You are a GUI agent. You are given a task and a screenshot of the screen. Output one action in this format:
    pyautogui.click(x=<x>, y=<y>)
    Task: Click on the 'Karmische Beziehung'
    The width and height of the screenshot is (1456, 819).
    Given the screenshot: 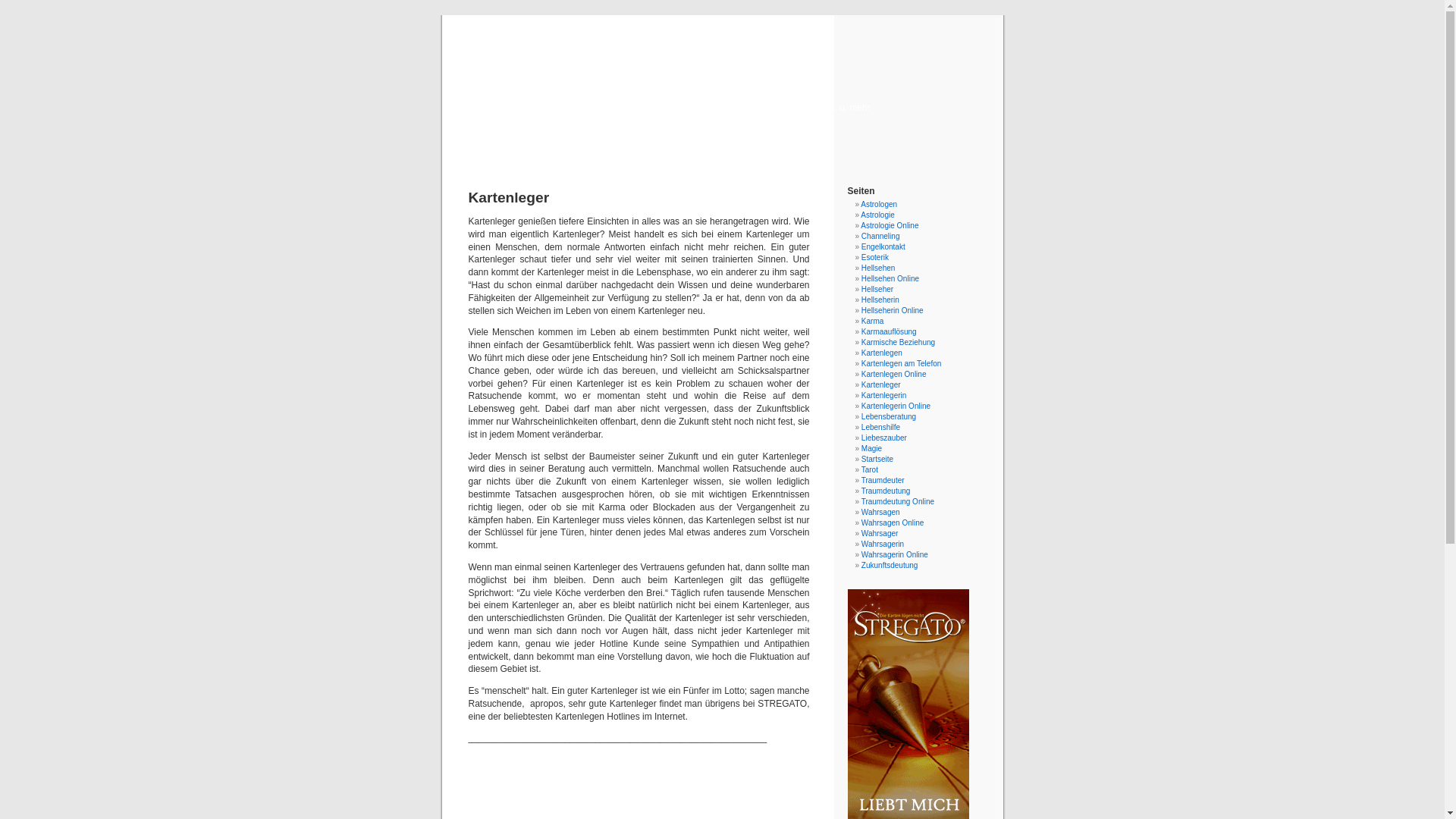 What is the action you would take?
    pyautogui.click(x=898, y=342)
    